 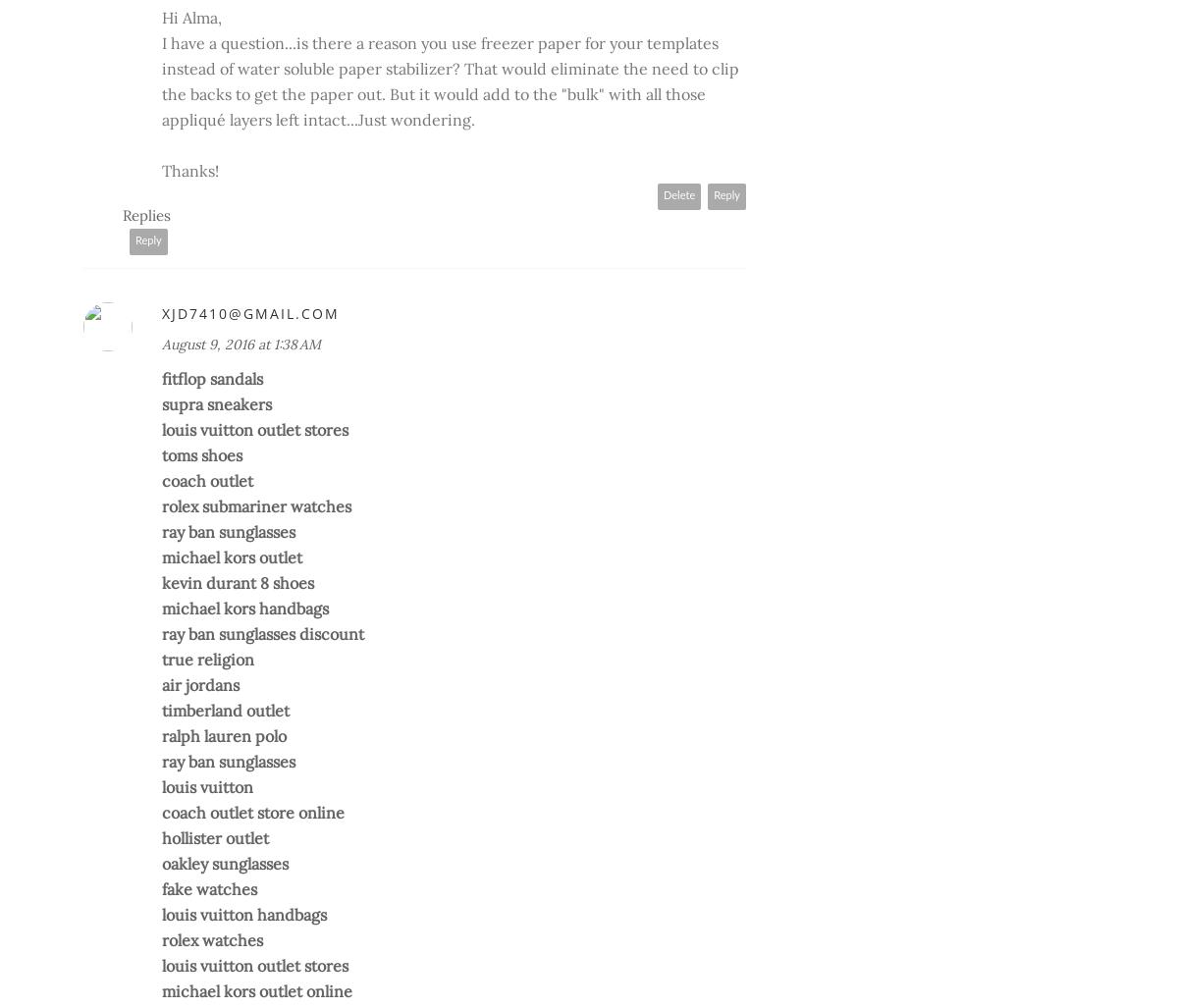 What do you see at coordinates (261, 632) in the screenshot?
I see `'ray ban sunglasses discount'` at bounding box center [261, 632].